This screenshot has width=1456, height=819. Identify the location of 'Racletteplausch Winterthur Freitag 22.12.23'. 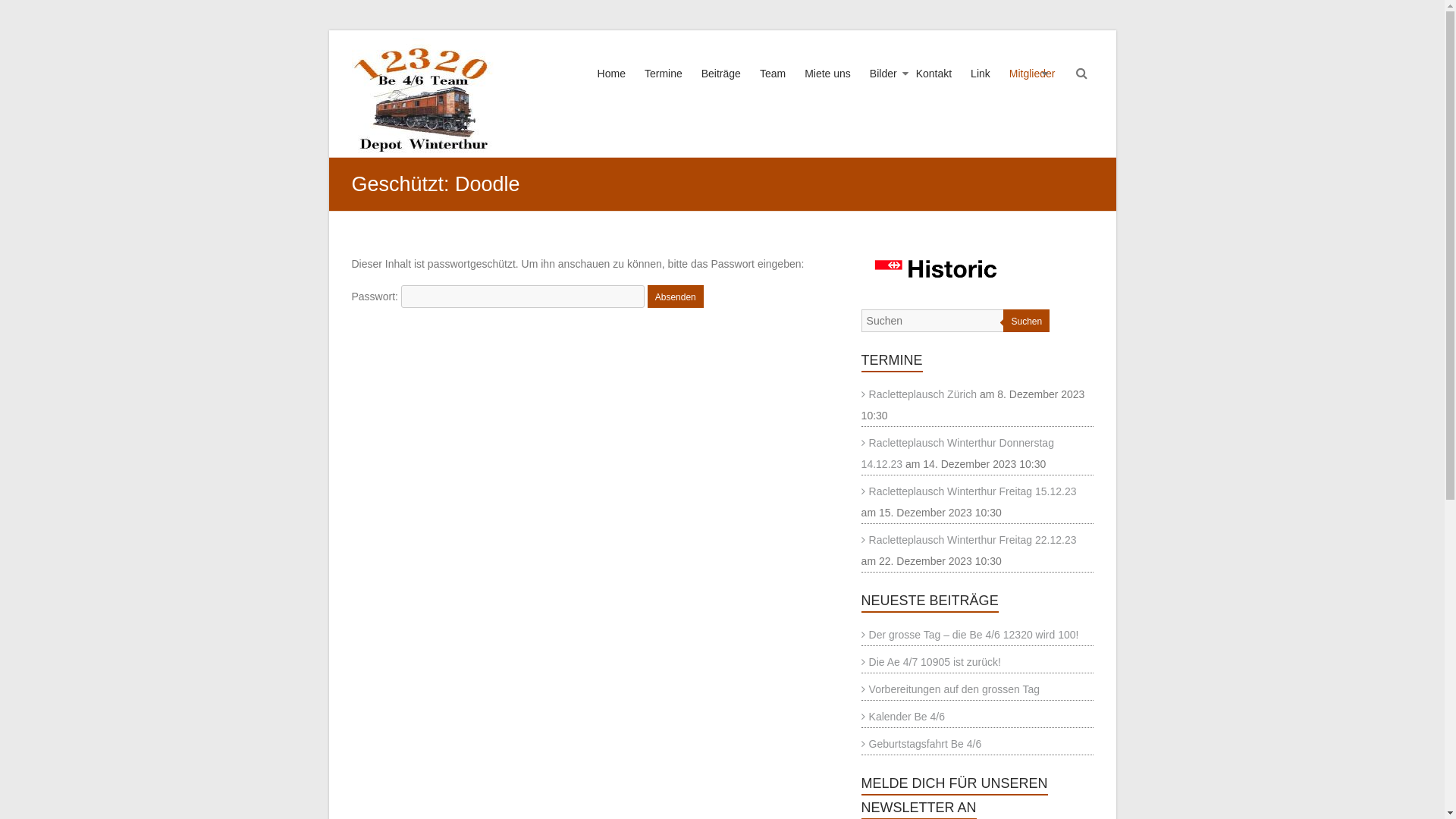
(968, 539).